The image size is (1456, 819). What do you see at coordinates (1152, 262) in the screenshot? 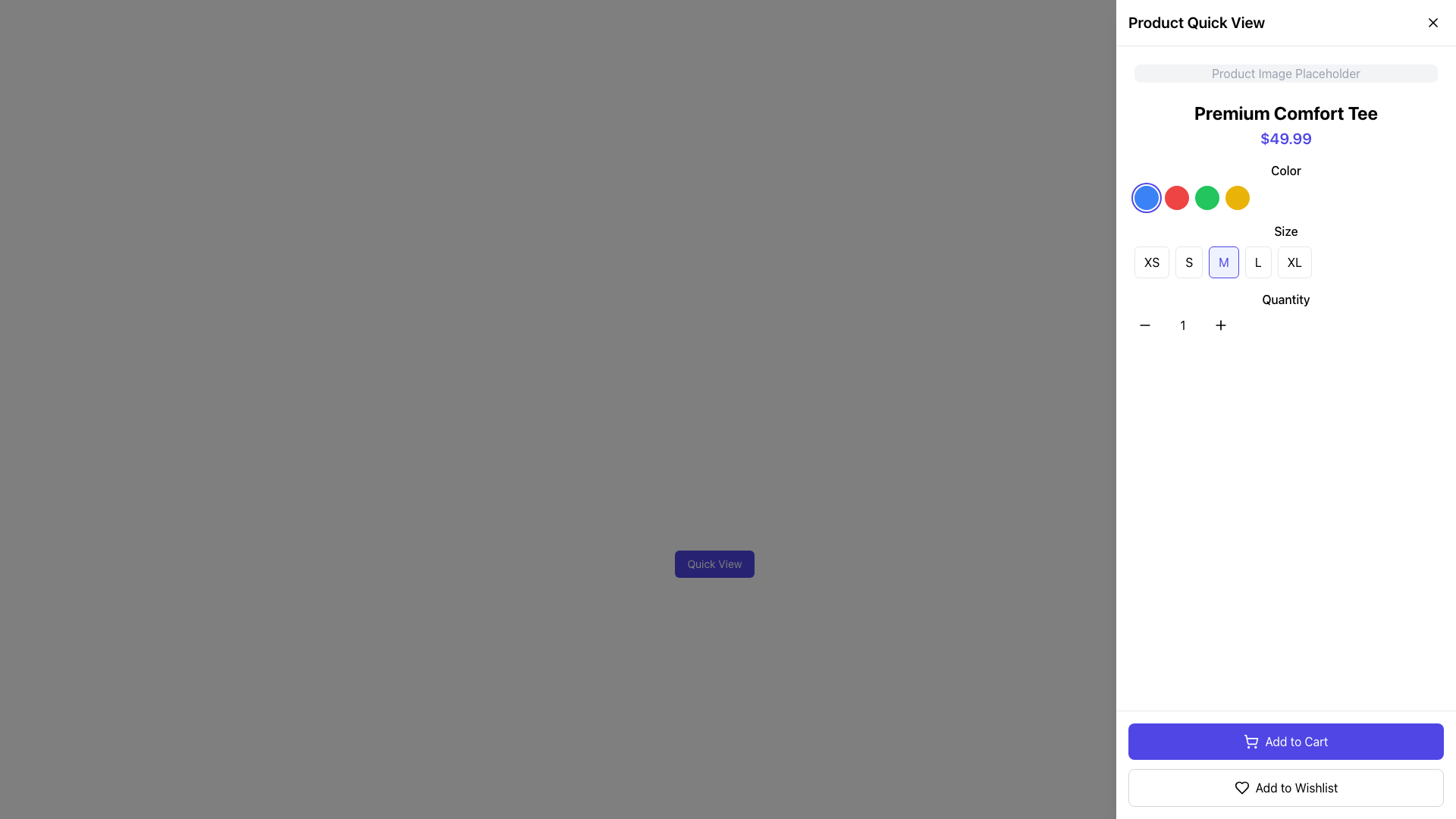
I see `the 'XS' size selection button, which is the first button in the row of size options under the 'Size' label` at bounding box center [1152, 262].